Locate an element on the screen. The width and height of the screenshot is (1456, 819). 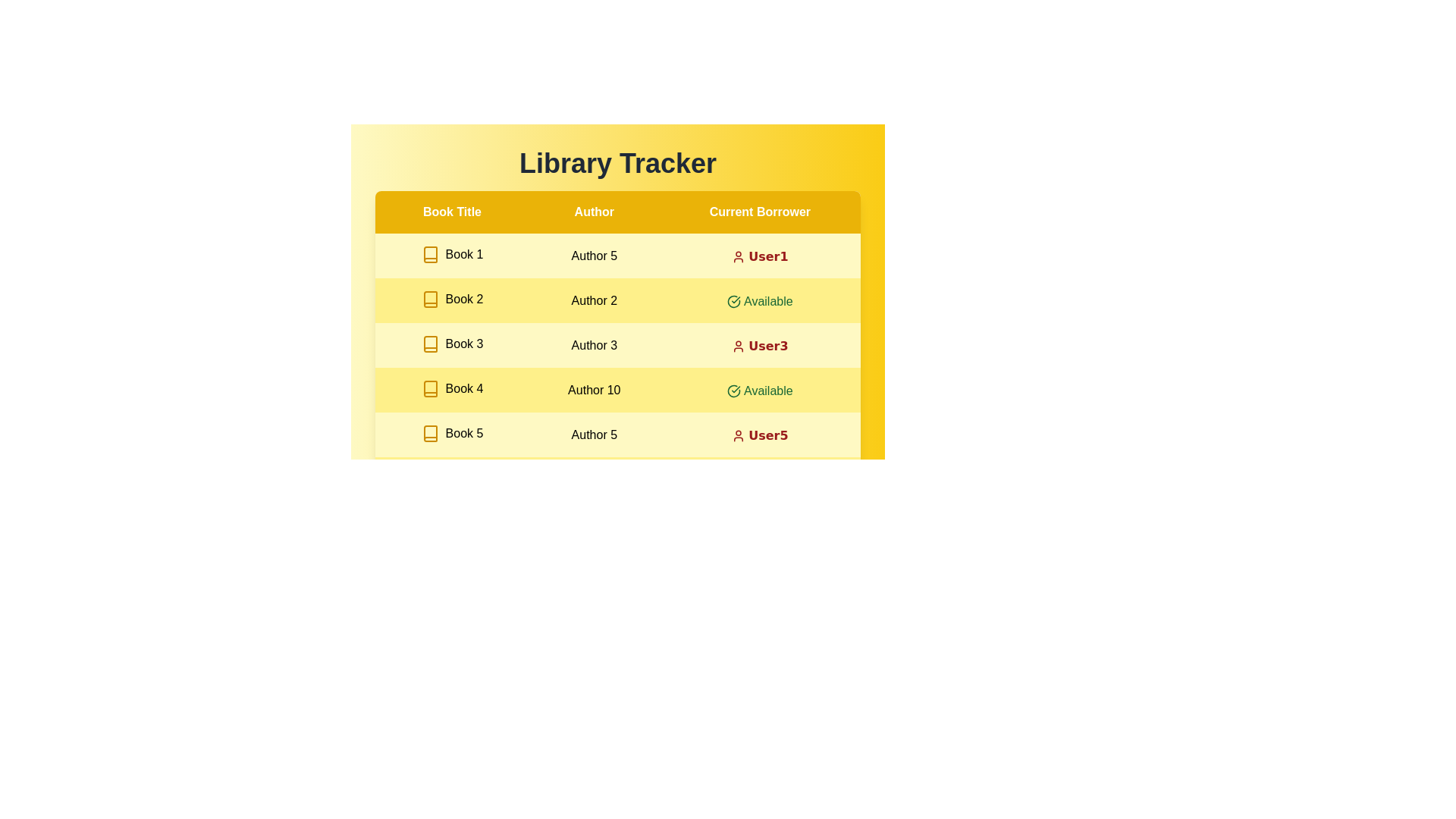
the icon for book of Book 3 to access additional information is located at coordinates (429, 344).